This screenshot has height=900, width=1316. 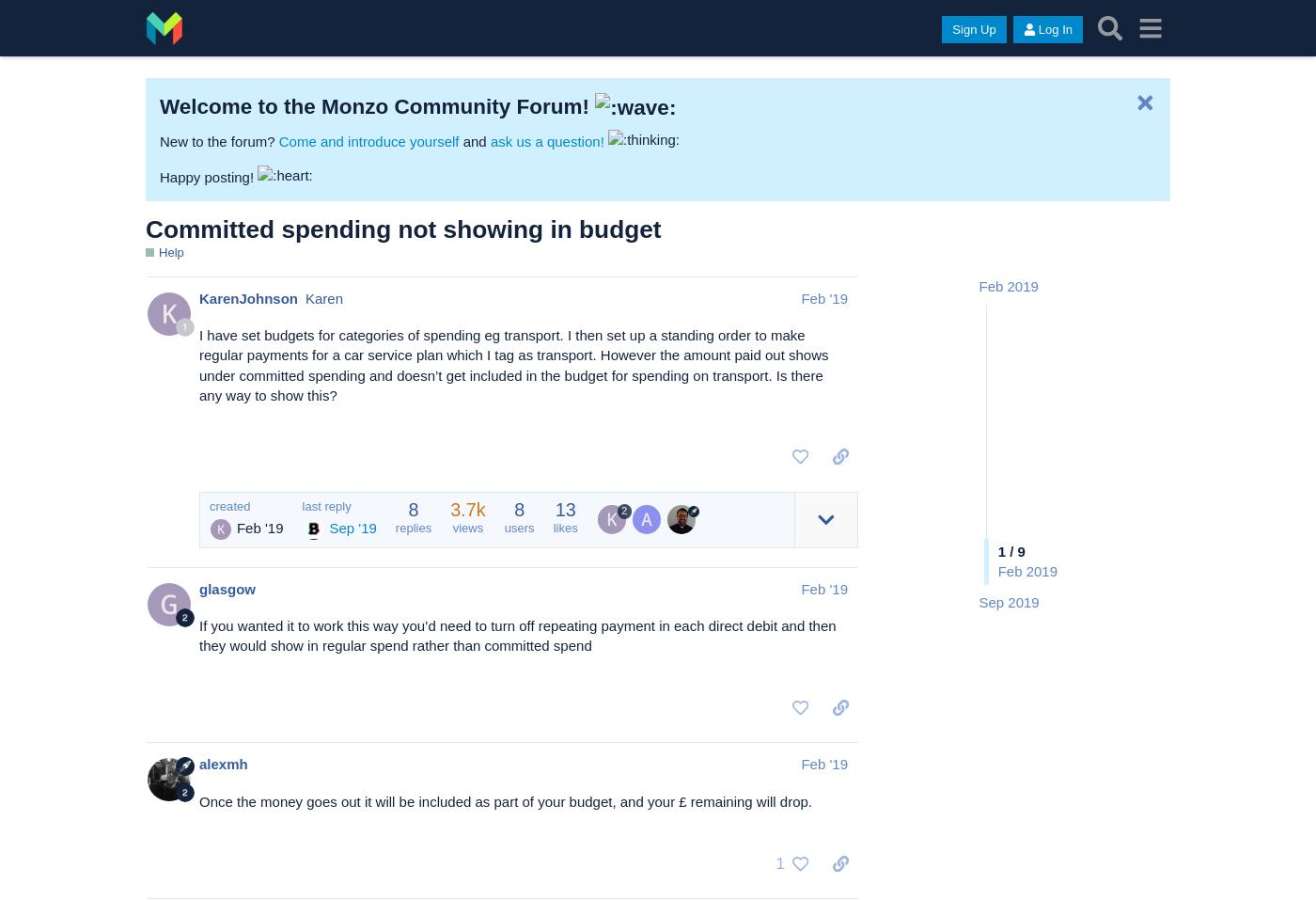 I want to click on 'Karen', so click(x=323, y=297).